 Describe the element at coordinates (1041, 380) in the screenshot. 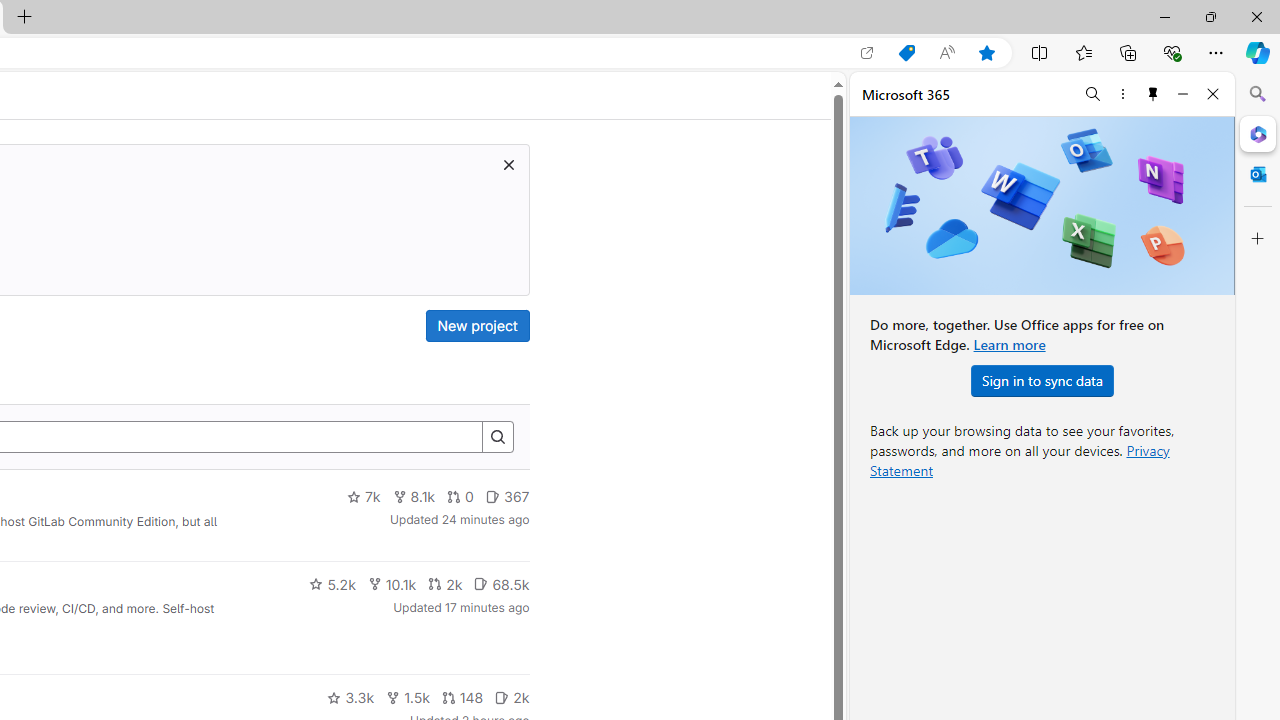

I see `'Sign in to sync data'` at that location.